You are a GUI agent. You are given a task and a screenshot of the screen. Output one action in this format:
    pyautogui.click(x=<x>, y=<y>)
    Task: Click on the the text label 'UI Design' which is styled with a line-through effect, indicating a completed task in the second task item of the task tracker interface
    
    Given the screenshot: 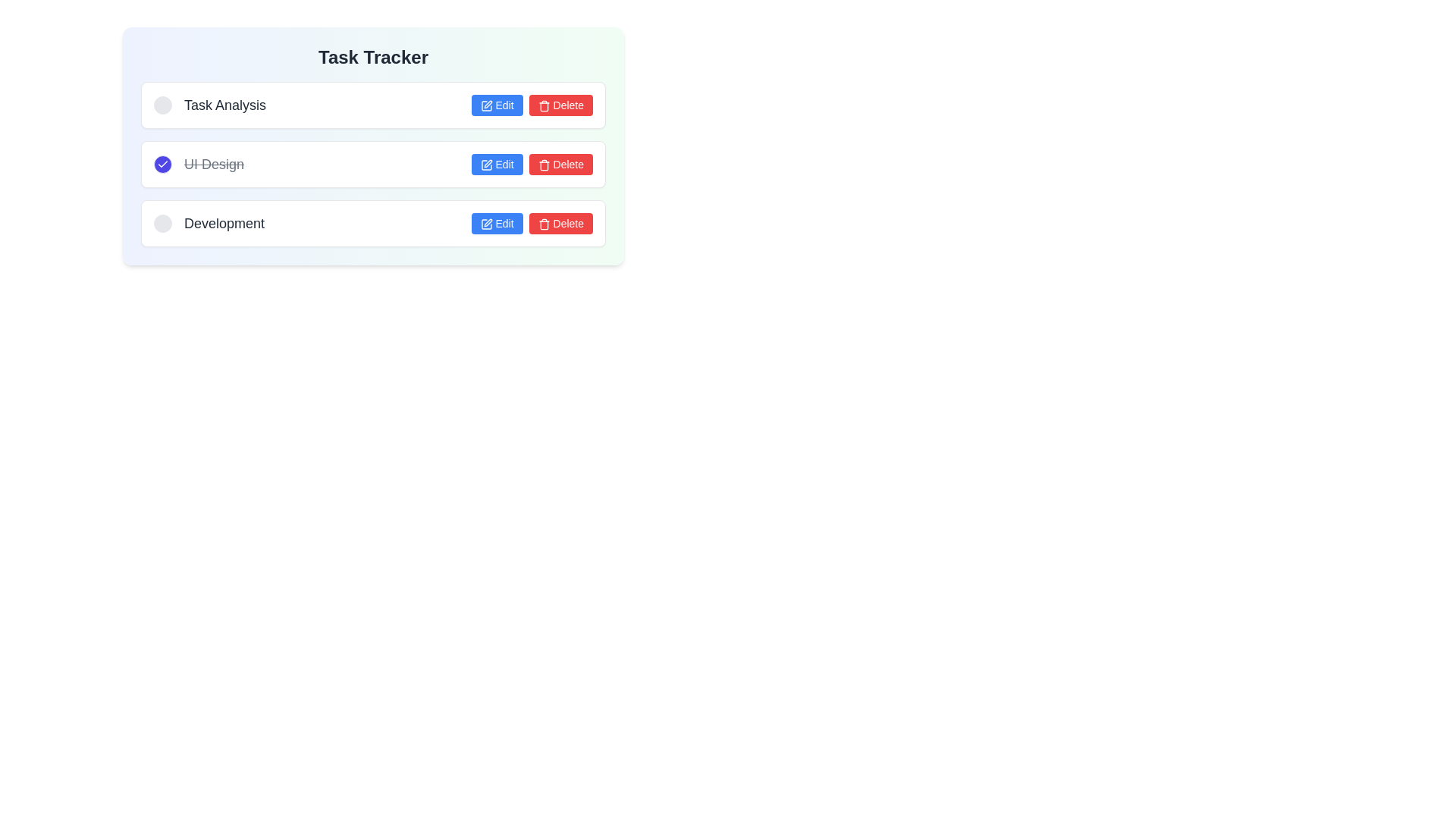 What is the action you would take?
    pyautogui.click(x=213, y=164)
    